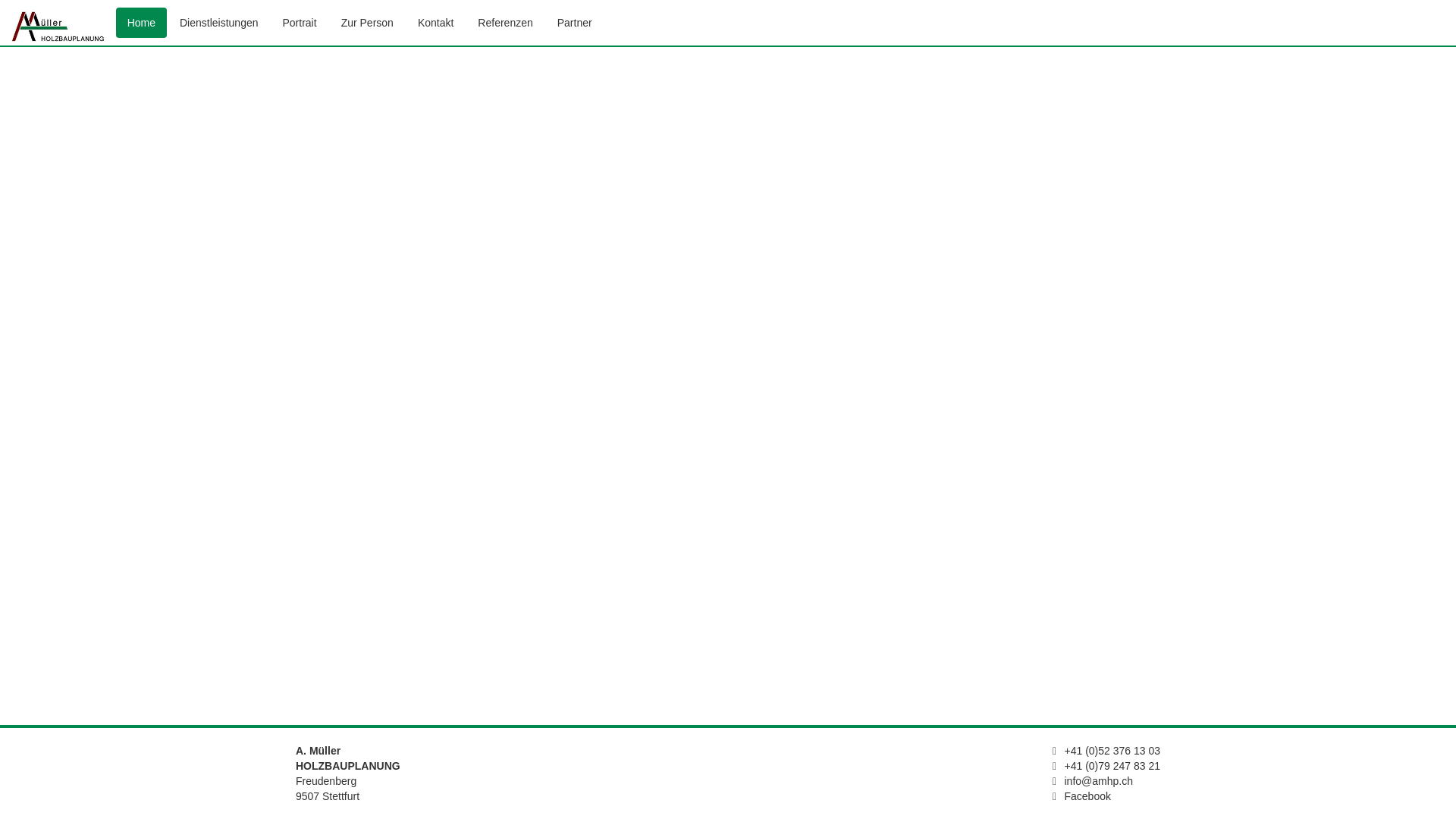 The image size is (1456, 819). I want to click on 'Kontakt', so click(435, 23).